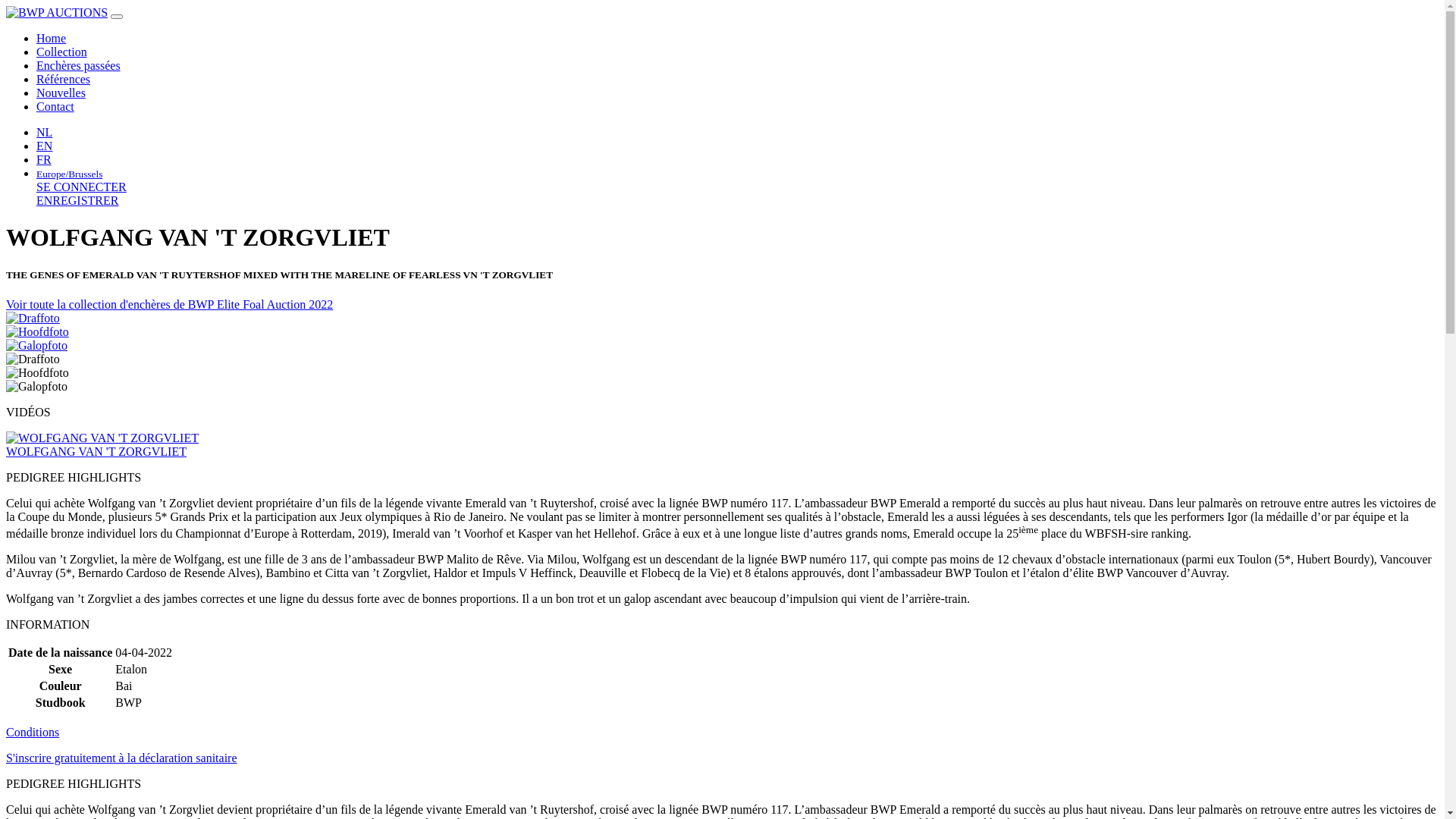 This screenshot has height=819, width=1456. I want to click on 'ENREGISTRER', so click(36, 199).